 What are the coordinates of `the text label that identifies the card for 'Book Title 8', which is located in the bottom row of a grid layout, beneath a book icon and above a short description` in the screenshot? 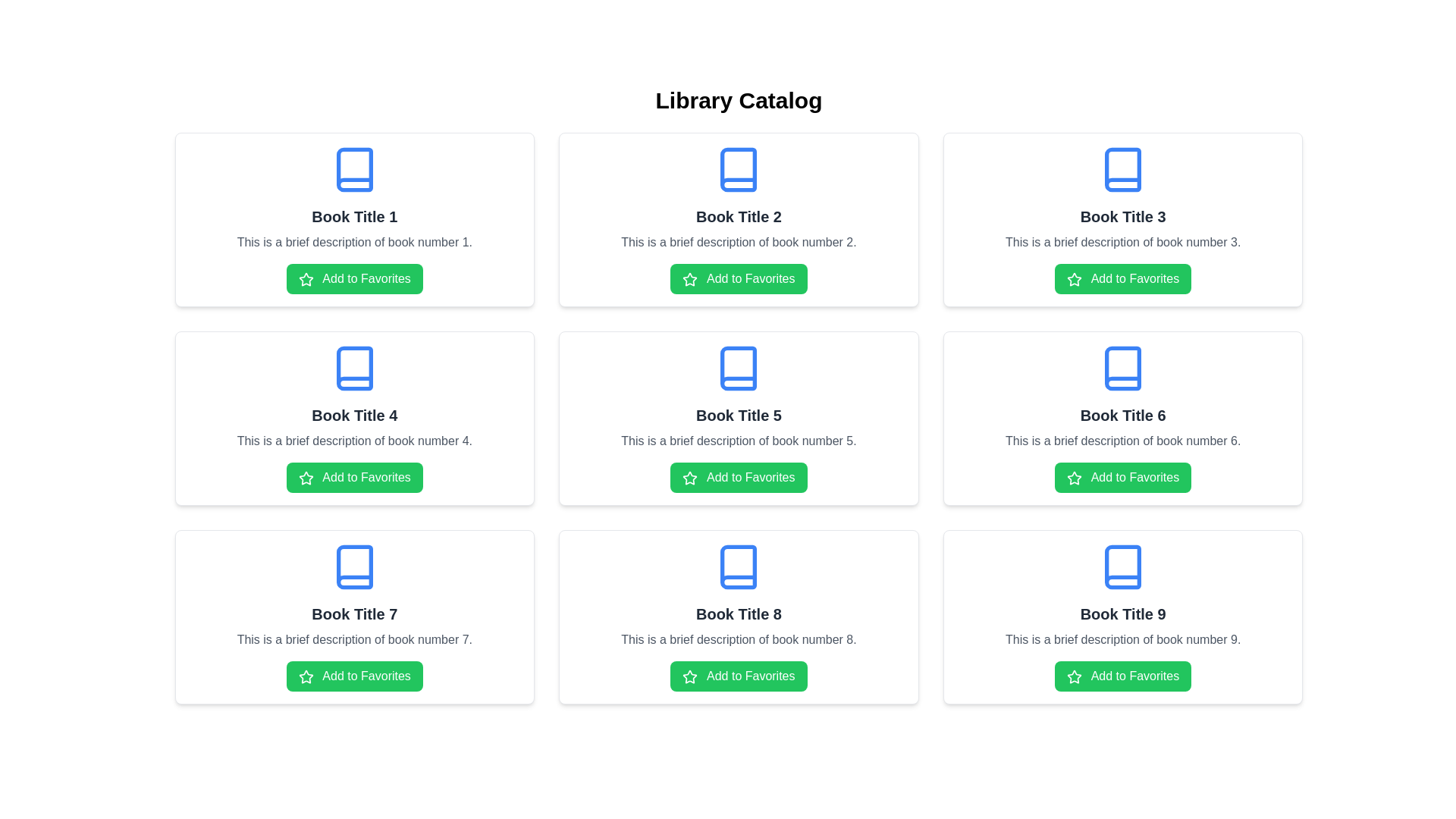 It's located at (739, 614).